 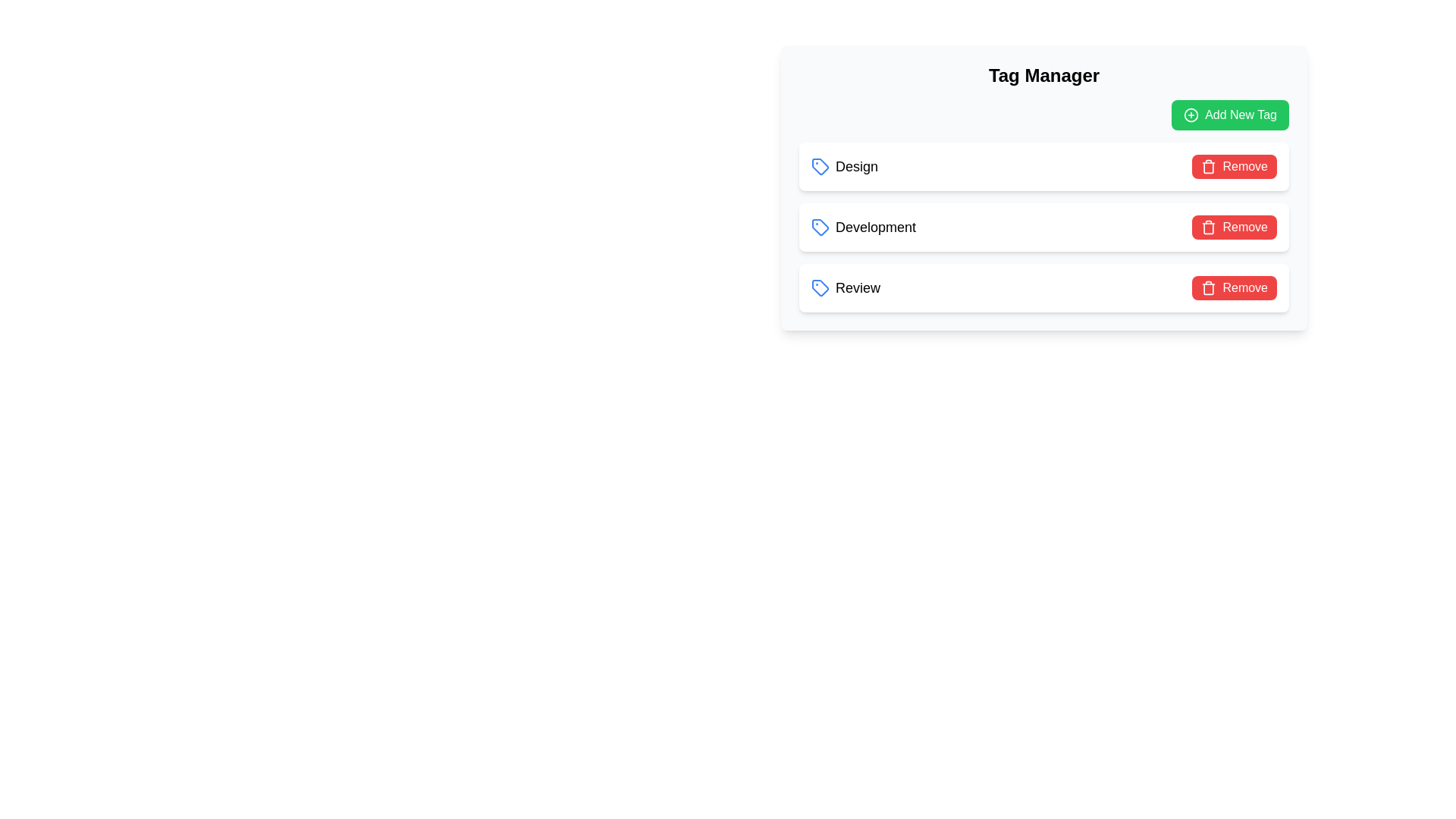 I want to click on the blue tag-shaped icon with white accents, so click(x=819, y=288).